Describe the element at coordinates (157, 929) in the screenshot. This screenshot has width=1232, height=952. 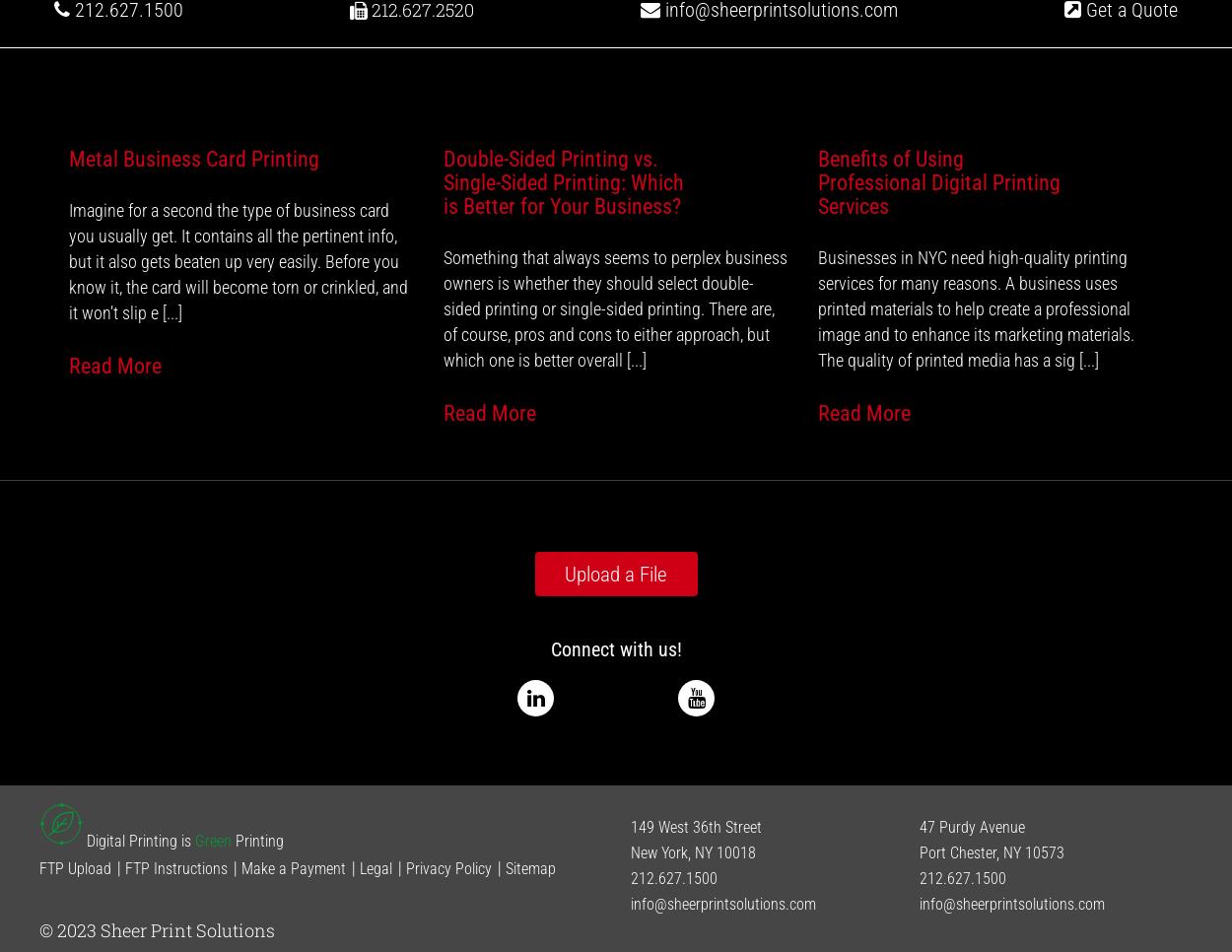
I see `'© 2023 Sheer Print Solutions'` at that location.